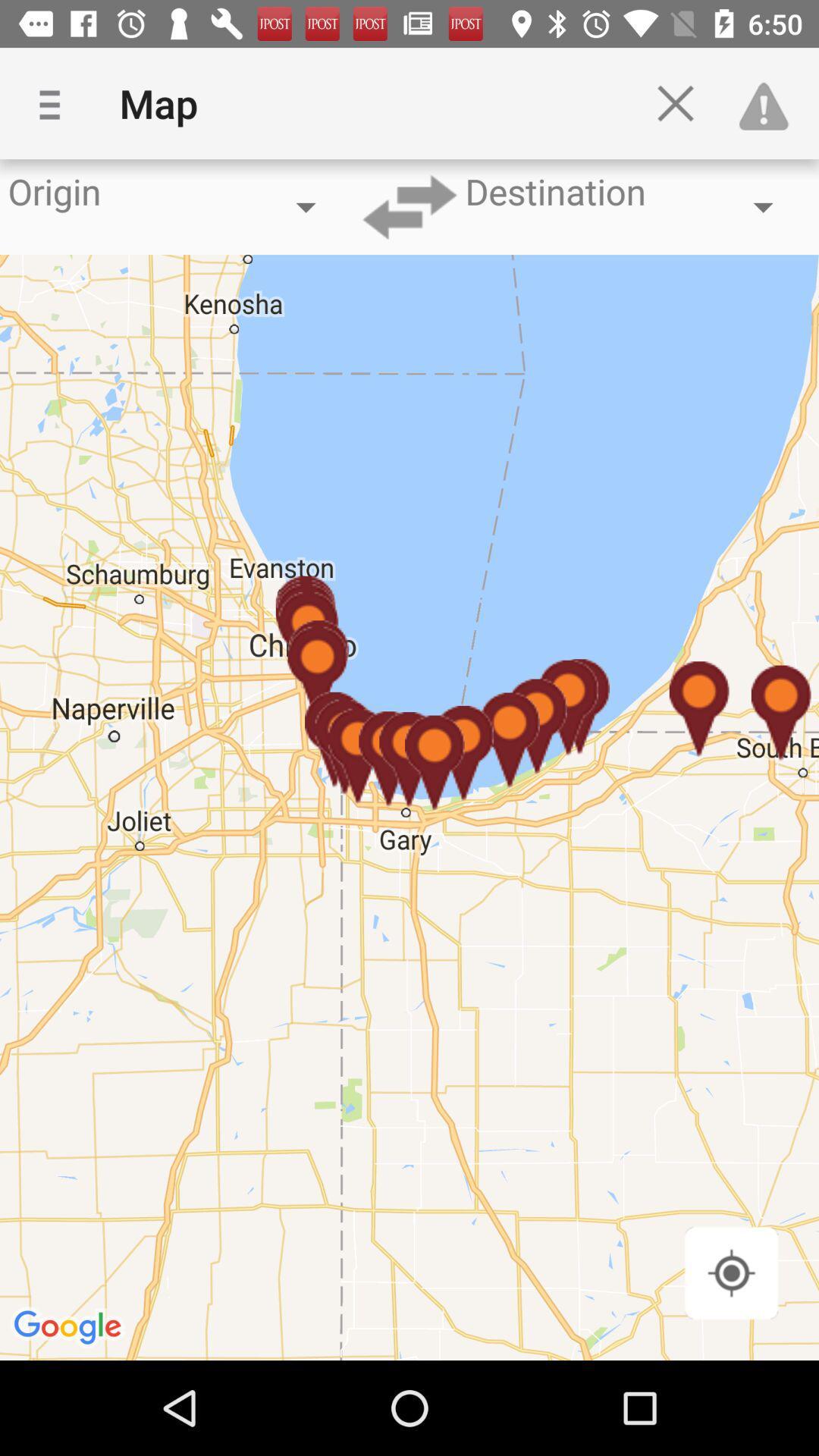 The image size is (819, 1456). What do you see at coordinates (409, 206) in the screenshot?
I see `destination` at bounding box center [409, 206].